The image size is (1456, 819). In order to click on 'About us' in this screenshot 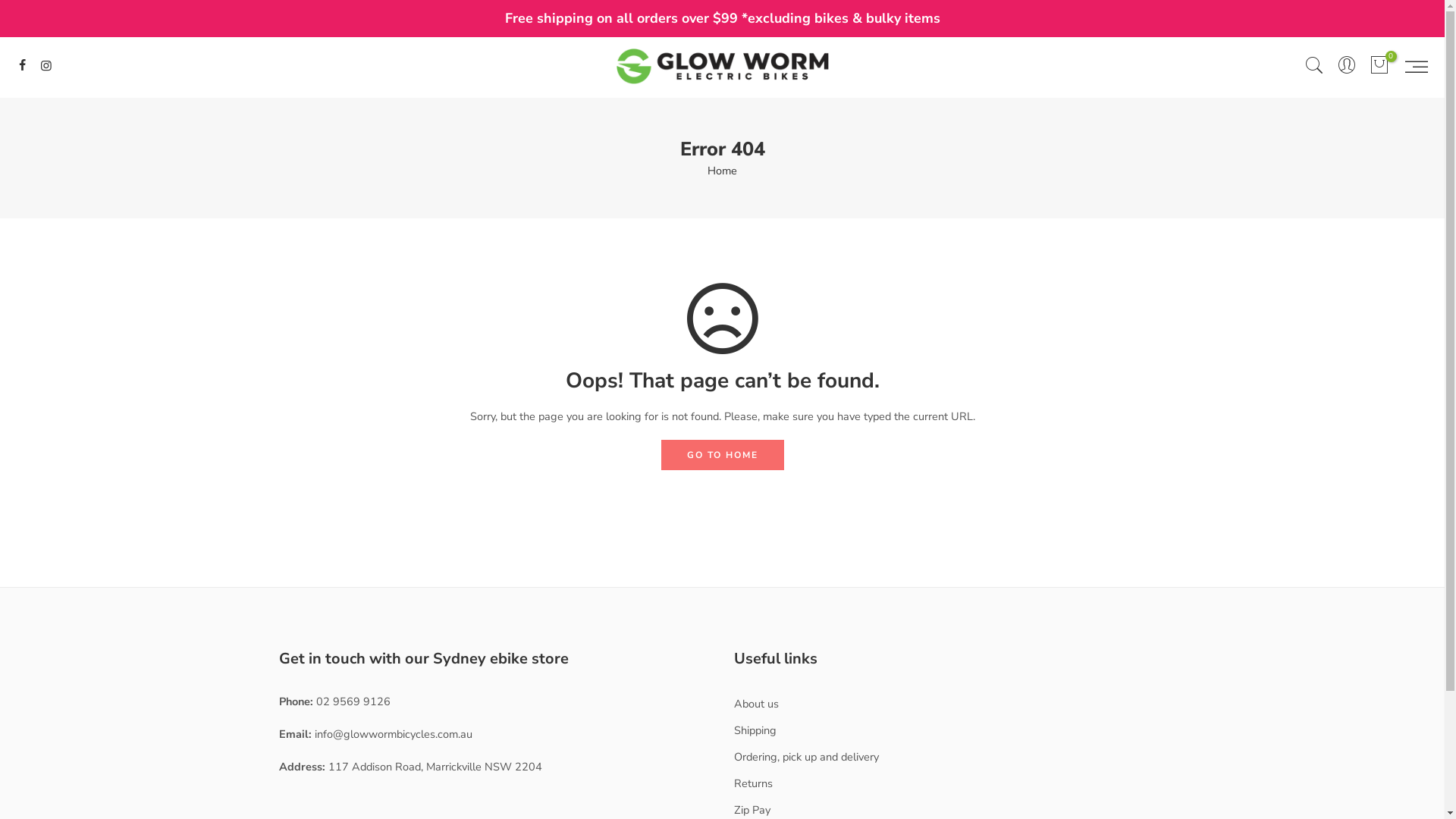, I will do `click(756, 704)`.